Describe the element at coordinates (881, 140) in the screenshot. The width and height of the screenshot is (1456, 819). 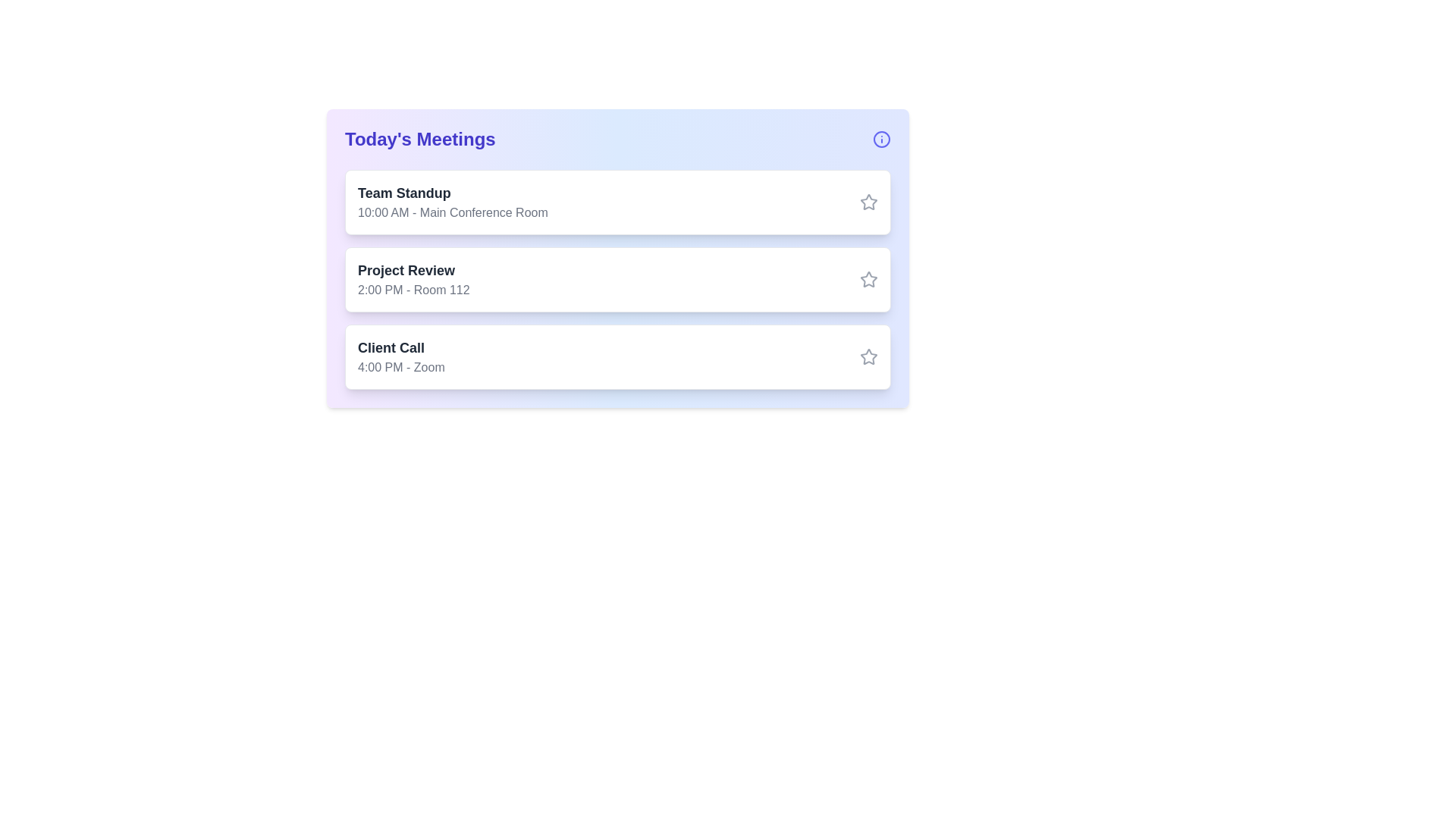
I see `the informational SVG icon located in the top-right corner of the 'Today's Meetings' section` at that location.